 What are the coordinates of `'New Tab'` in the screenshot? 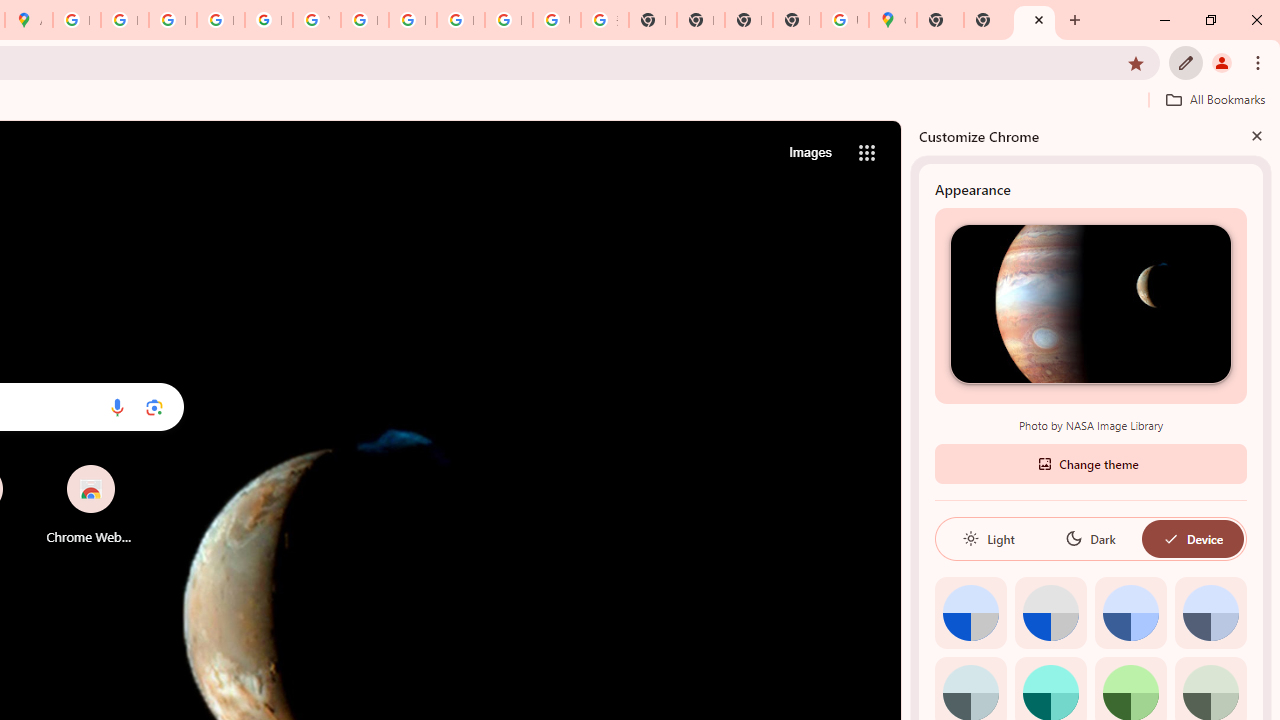 It's located at (1034, 20).